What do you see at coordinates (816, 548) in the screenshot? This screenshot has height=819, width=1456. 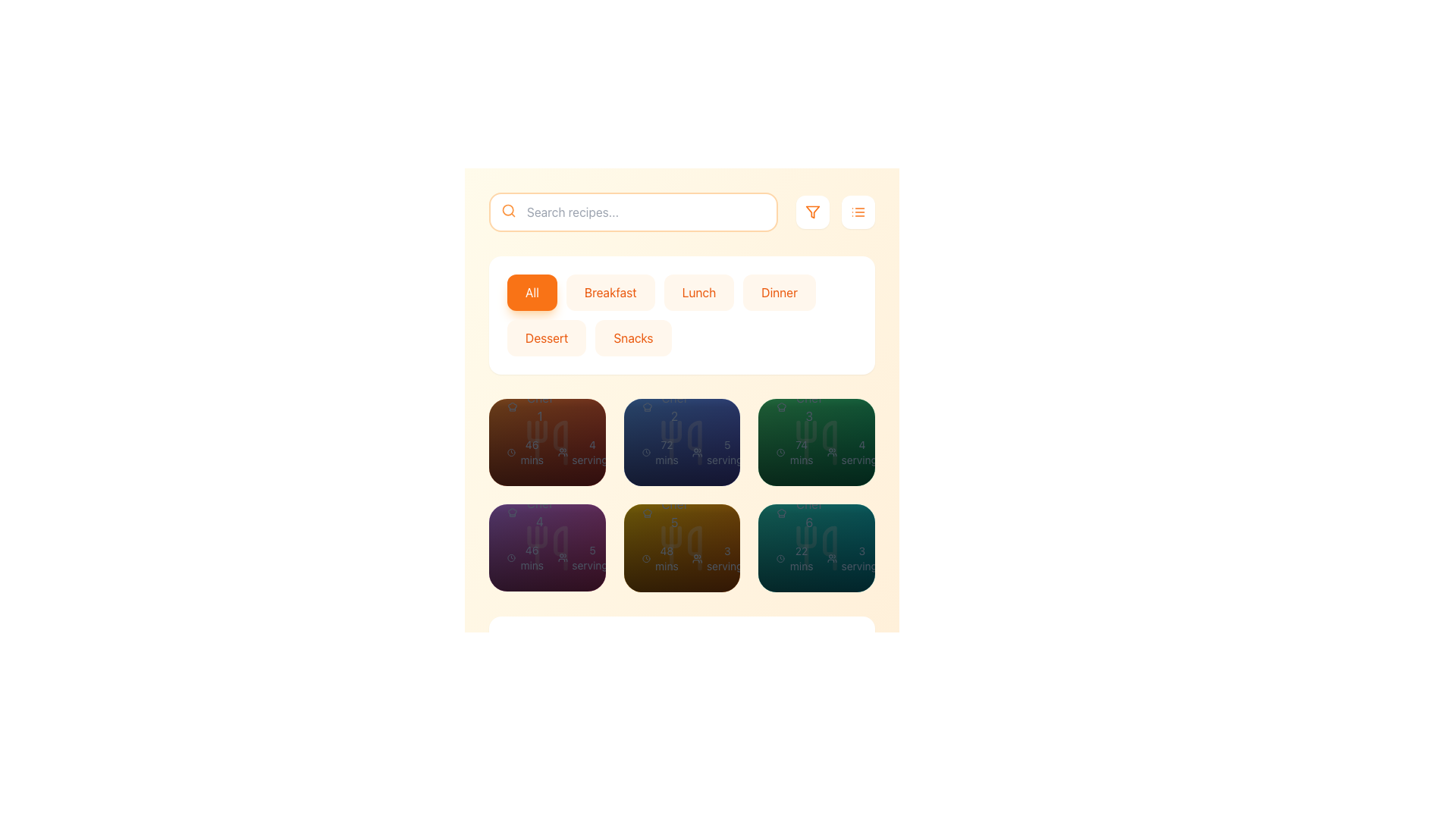 I see `the recipe card located in the bottom-right corner of a 3x2 grid` at bounding box center [816, 548].